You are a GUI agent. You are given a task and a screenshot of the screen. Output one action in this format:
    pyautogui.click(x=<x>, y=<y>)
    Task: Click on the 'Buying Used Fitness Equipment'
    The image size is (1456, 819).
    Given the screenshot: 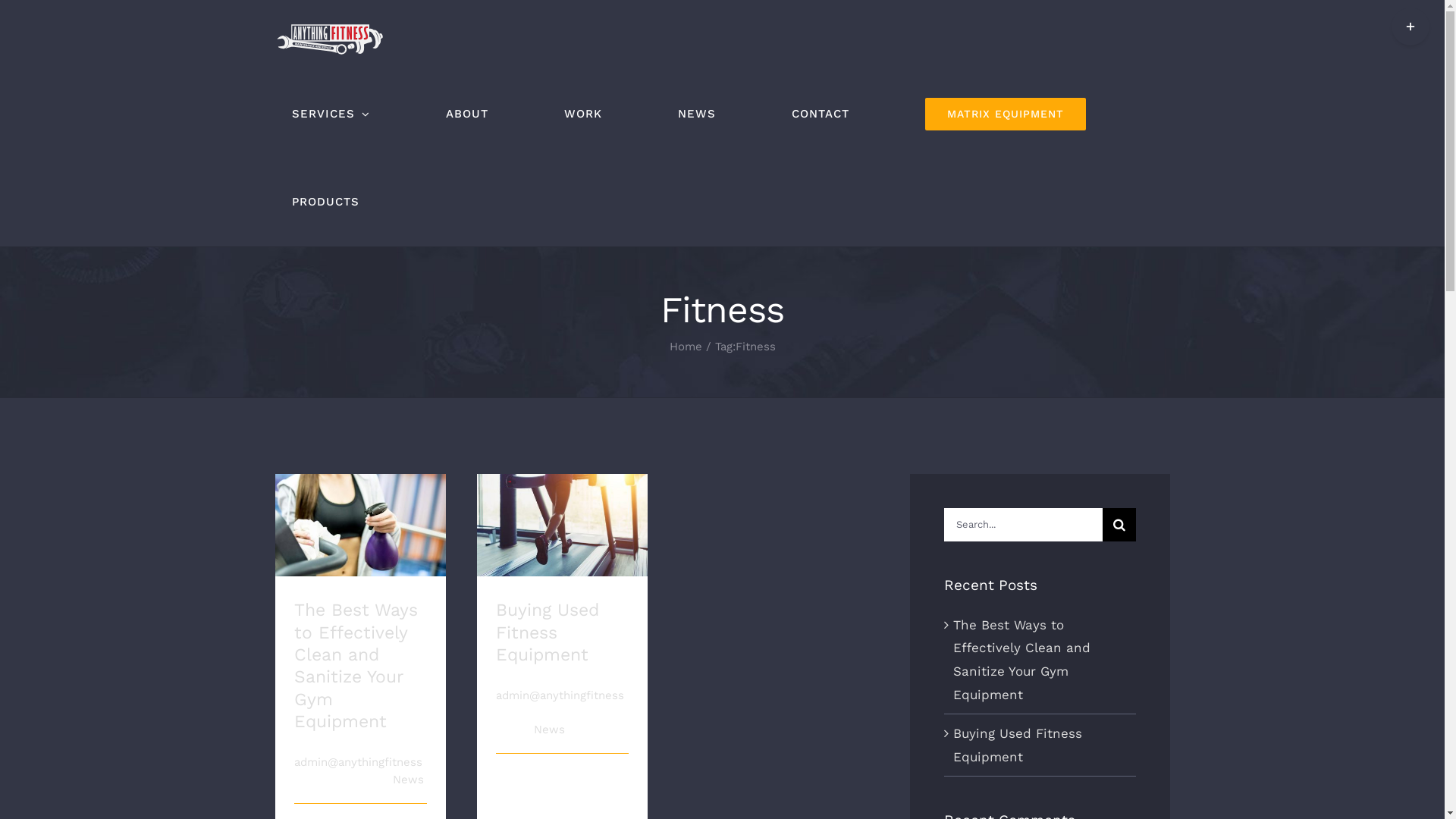 What is the action you would take?
    pyautogui.click(x=546, y=632)
    